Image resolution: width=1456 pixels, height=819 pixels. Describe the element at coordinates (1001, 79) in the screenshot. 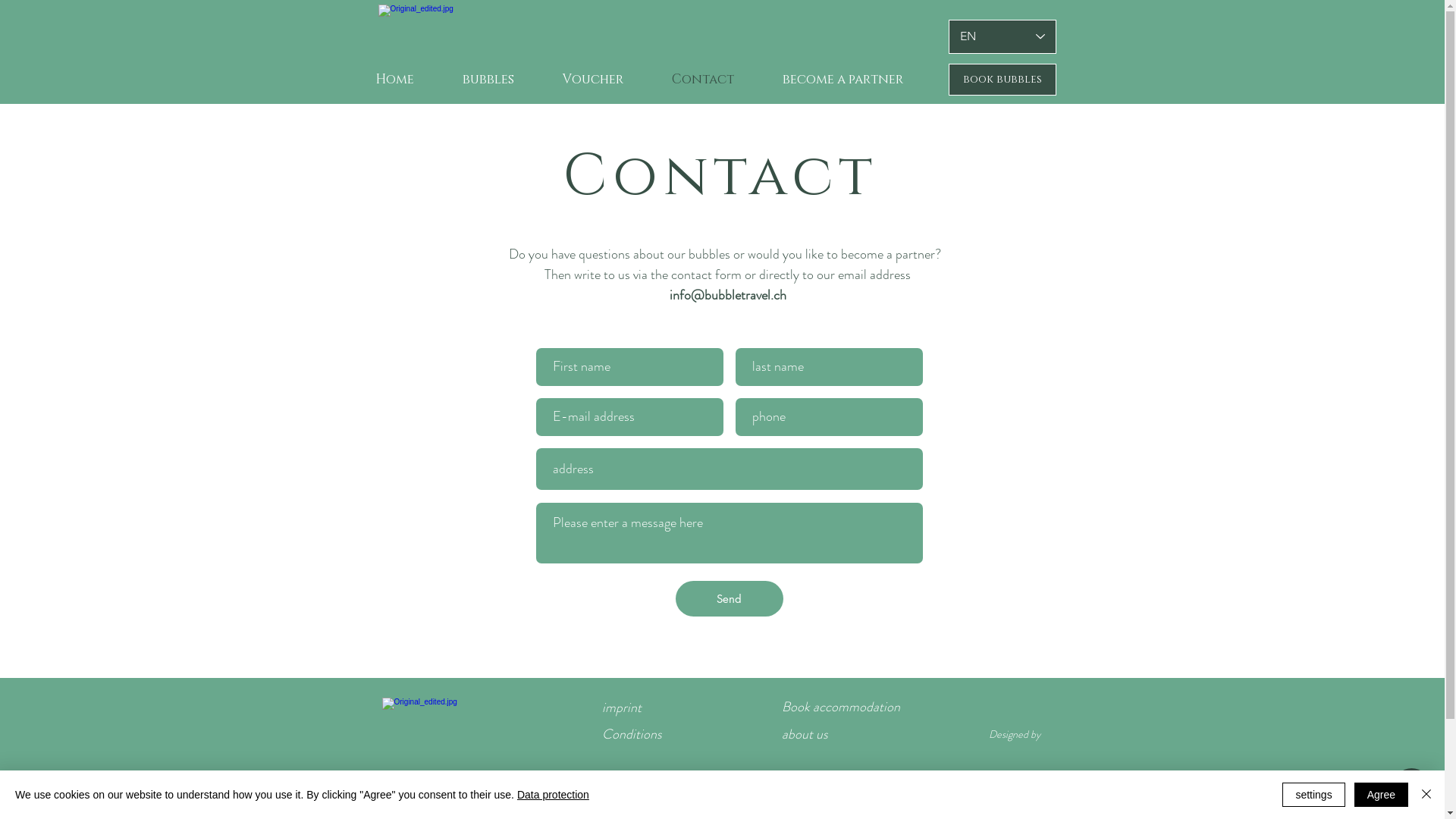

I see `'book bubbles'` at that location.